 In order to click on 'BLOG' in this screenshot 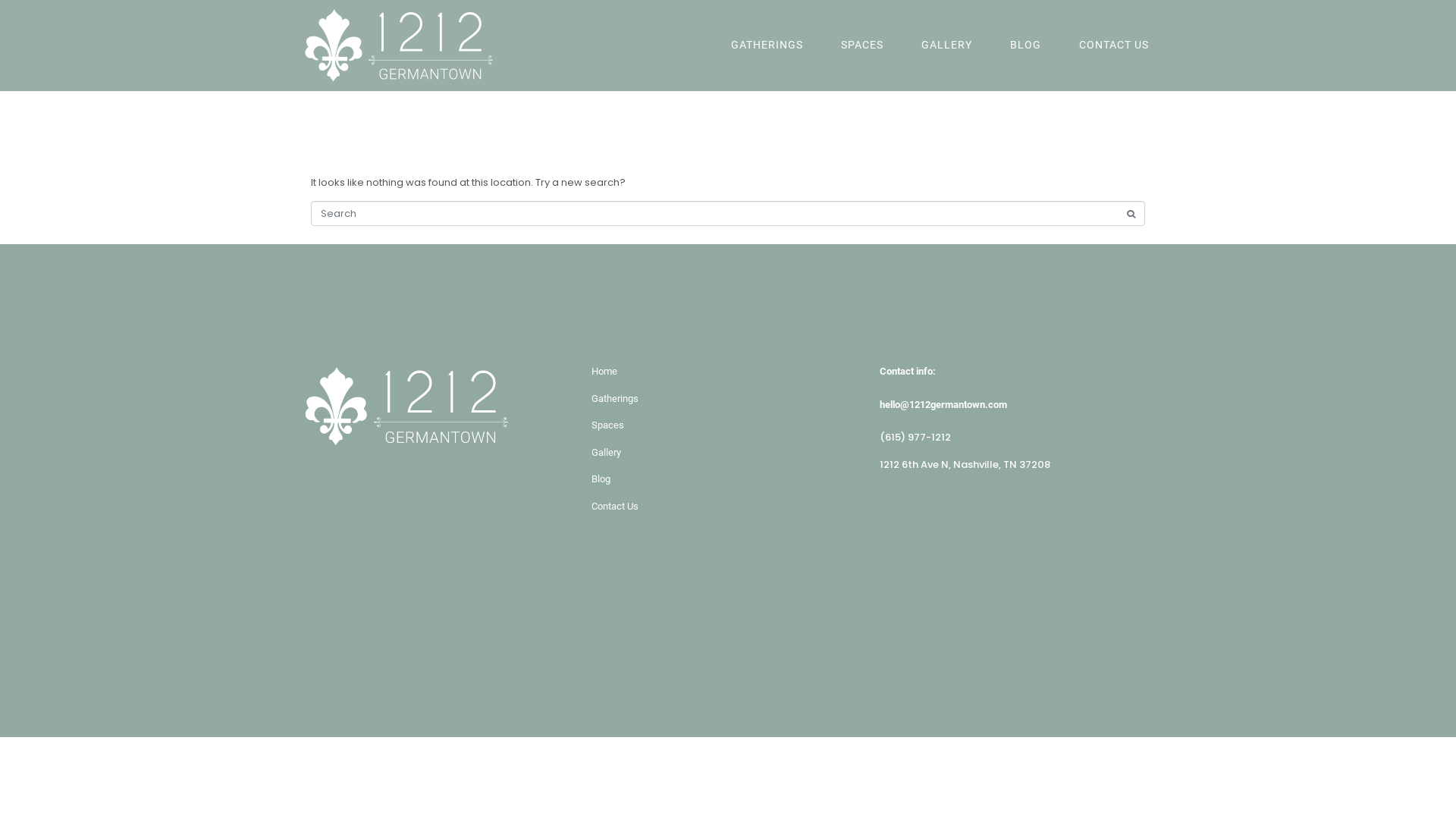, I will do `click(1025, 45)`.